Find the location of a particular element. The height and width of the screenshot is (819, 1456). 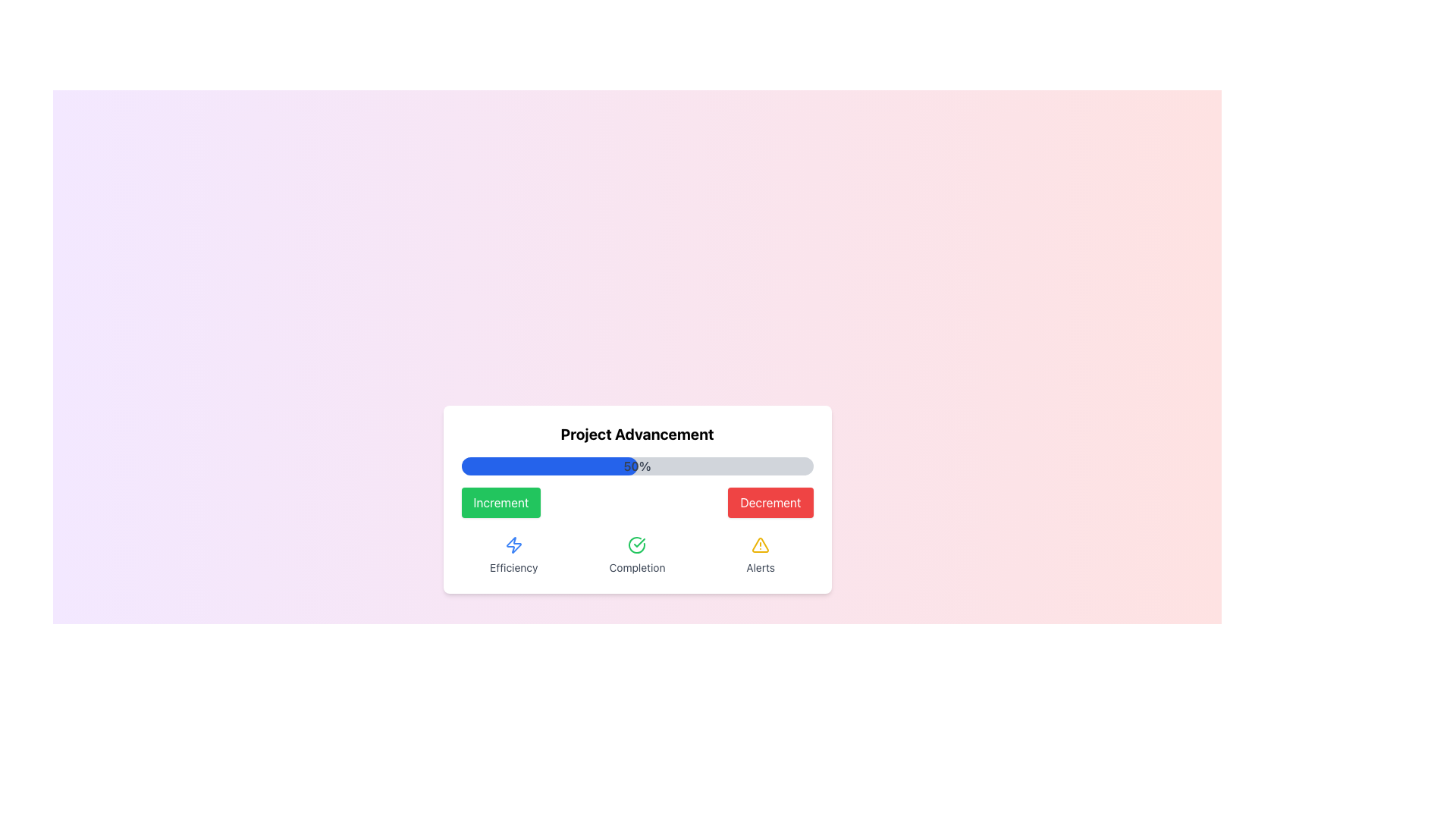

the status of the 'Completion' icon located in the second position of three icons beneath the 'Project Advancement' progress bar is located at coordinates (637, 544).